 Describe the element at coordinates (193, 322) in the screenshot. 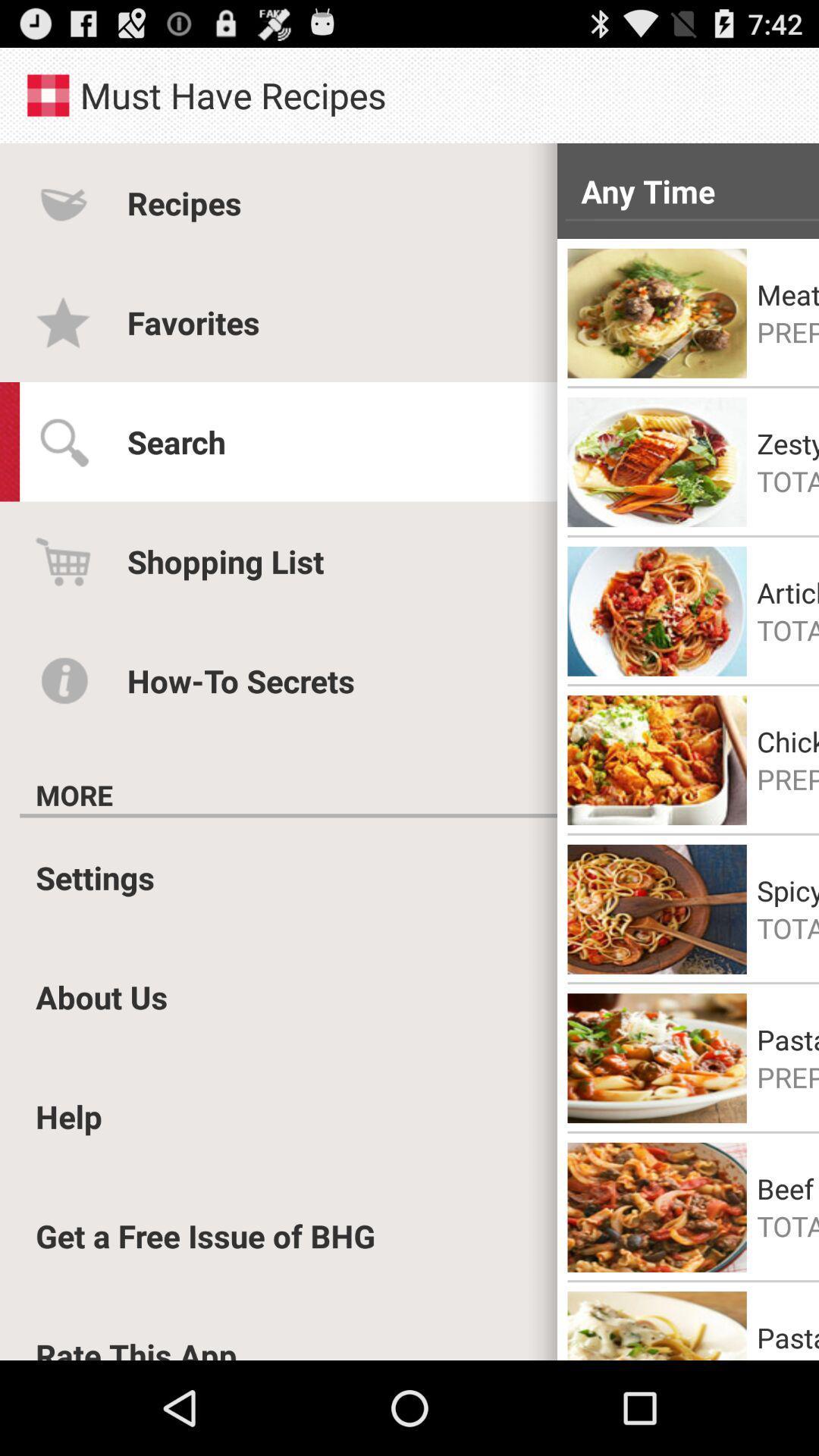

I see `favorites` at that location.